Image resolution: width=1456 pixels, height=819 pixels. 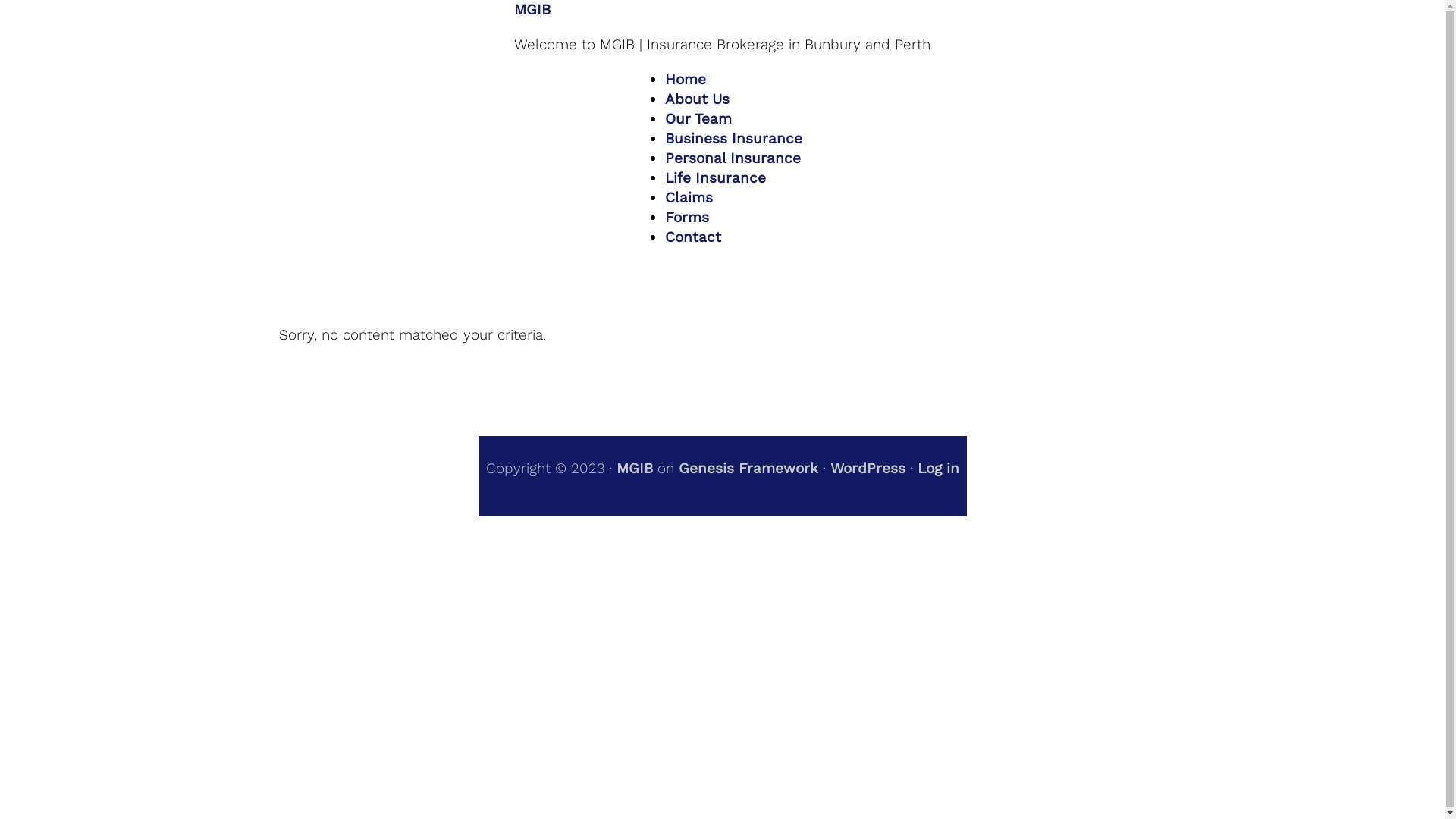 I want to click on 'Our Team', so click(x=698, y=118).